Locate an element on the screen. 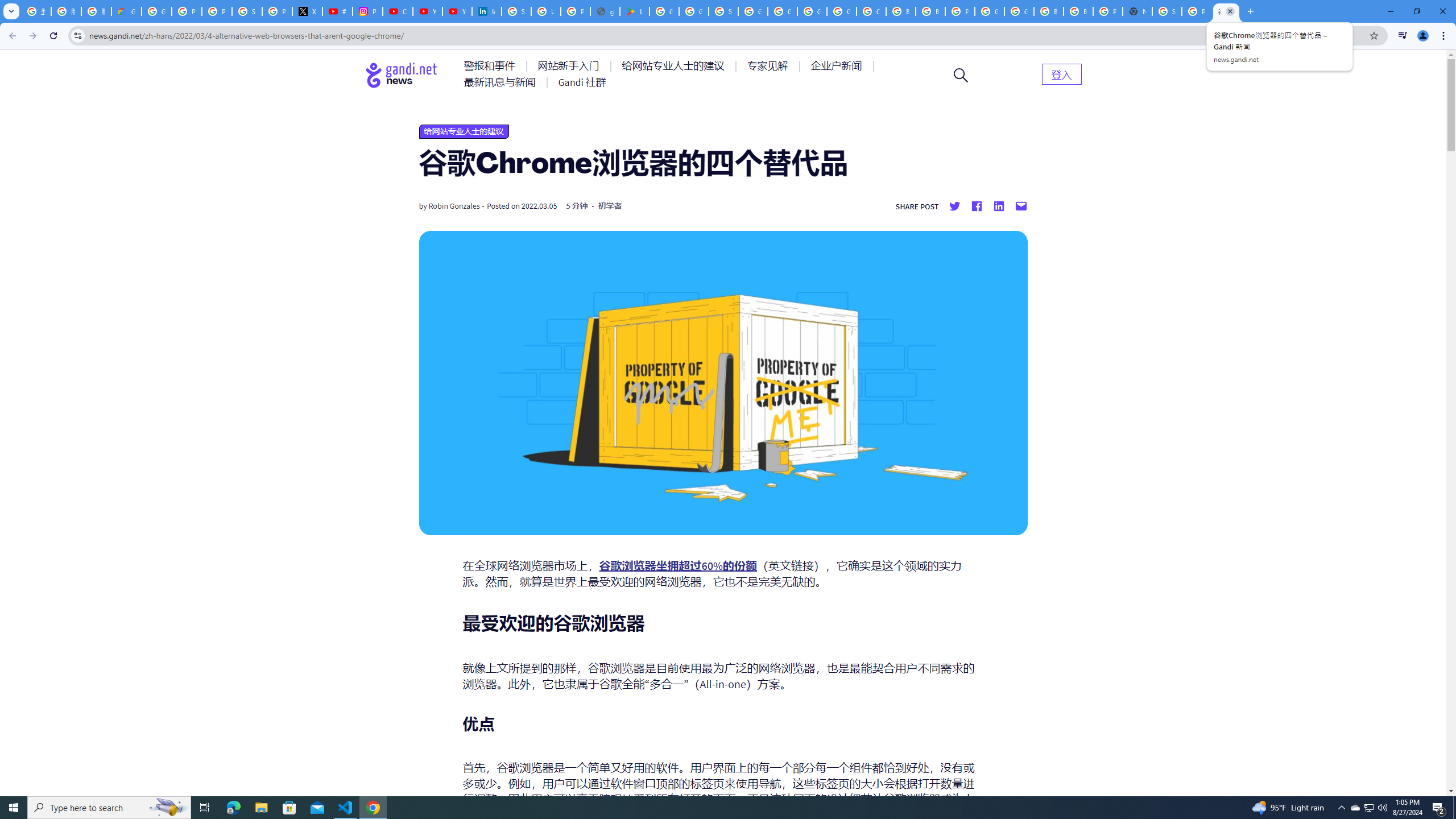 The width and height of the screenshot is (1456, 819). 'Last Shelter: Survival - Apps on Google Play' is located at coordinates (635, 11).